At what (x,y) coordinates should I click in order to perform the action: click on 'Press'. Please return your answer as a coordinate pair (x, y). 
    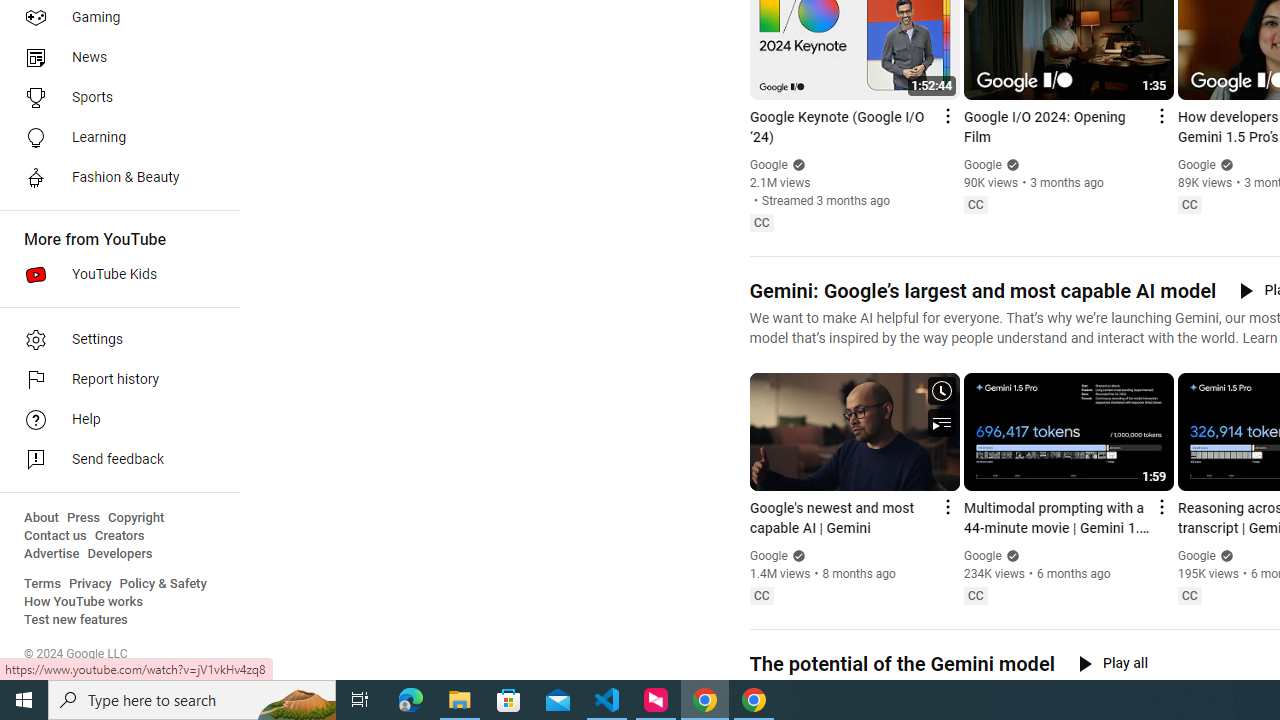
    Looking at the image, I should click on (82, 517).